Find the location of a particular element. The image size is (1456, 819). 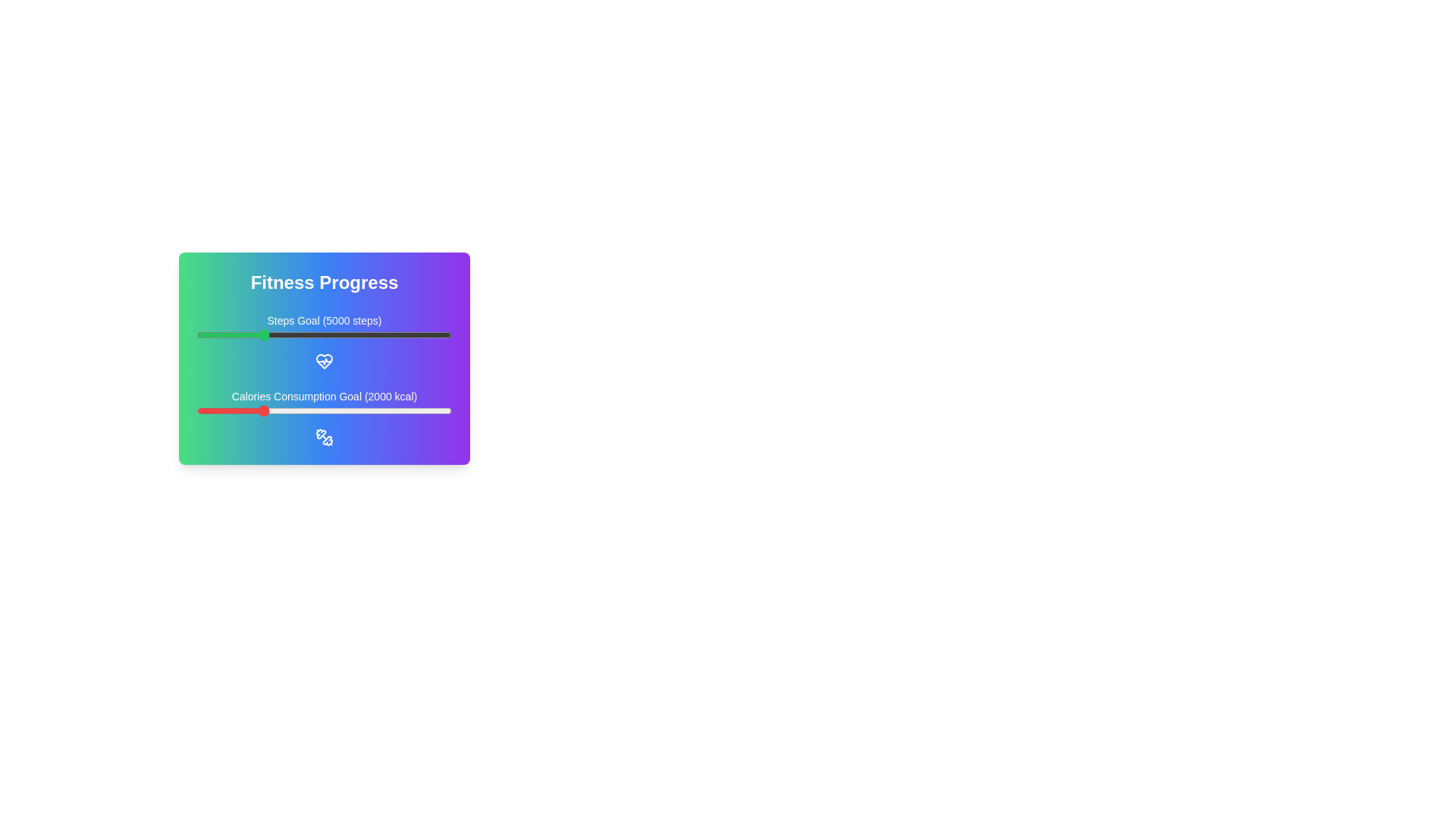

the calorie goal is located at coordinates (256, 411).